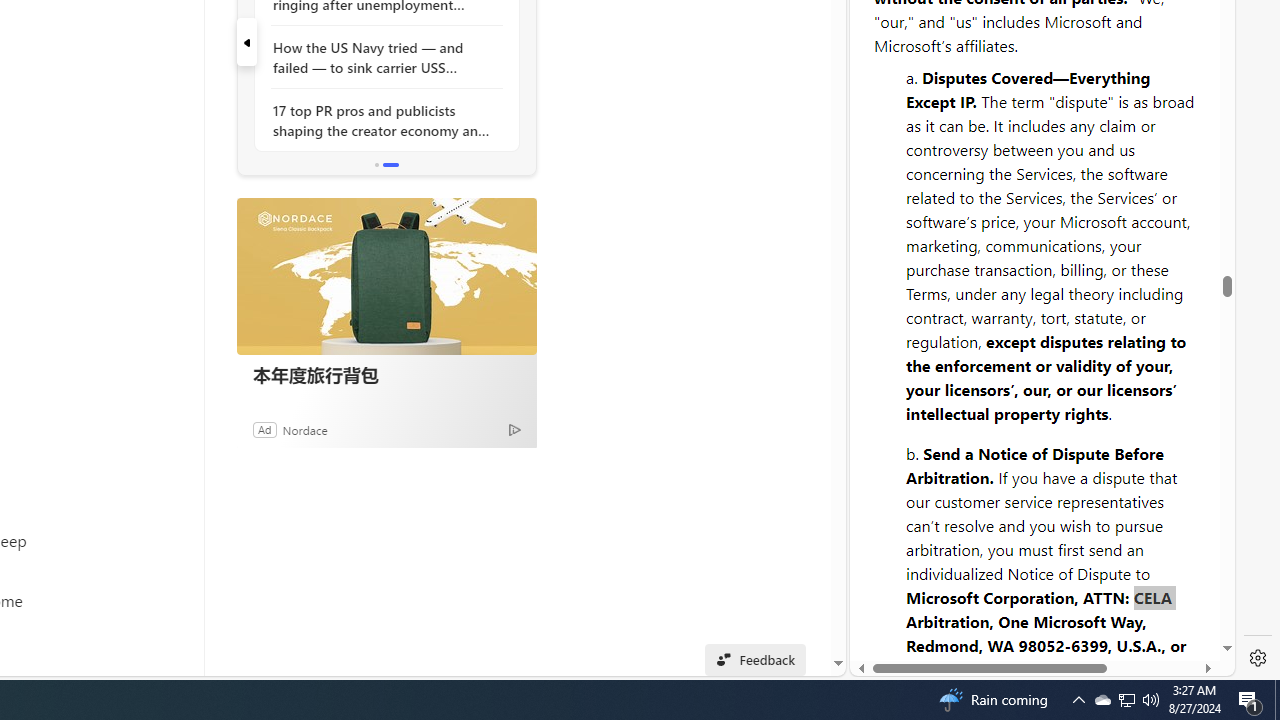  What do you see at coordinates (514, 428) in the screenshot?
I see `'Ad Choice'` at bounding box center [514, 428].